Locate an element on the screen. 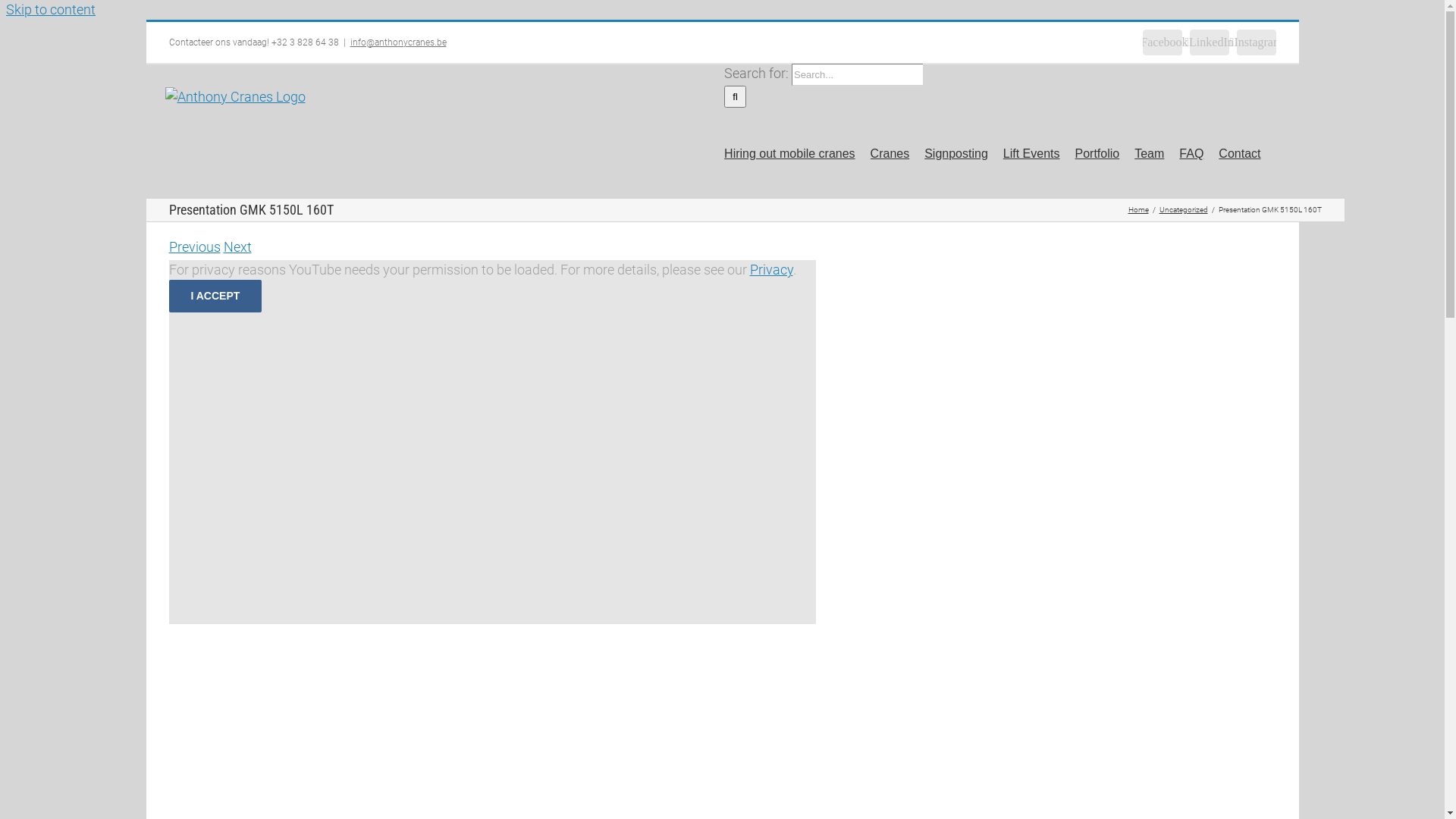 This screenshot has height=819, width=1456. 'info@anthonycranes.be' is located at coordinates (398, 42).